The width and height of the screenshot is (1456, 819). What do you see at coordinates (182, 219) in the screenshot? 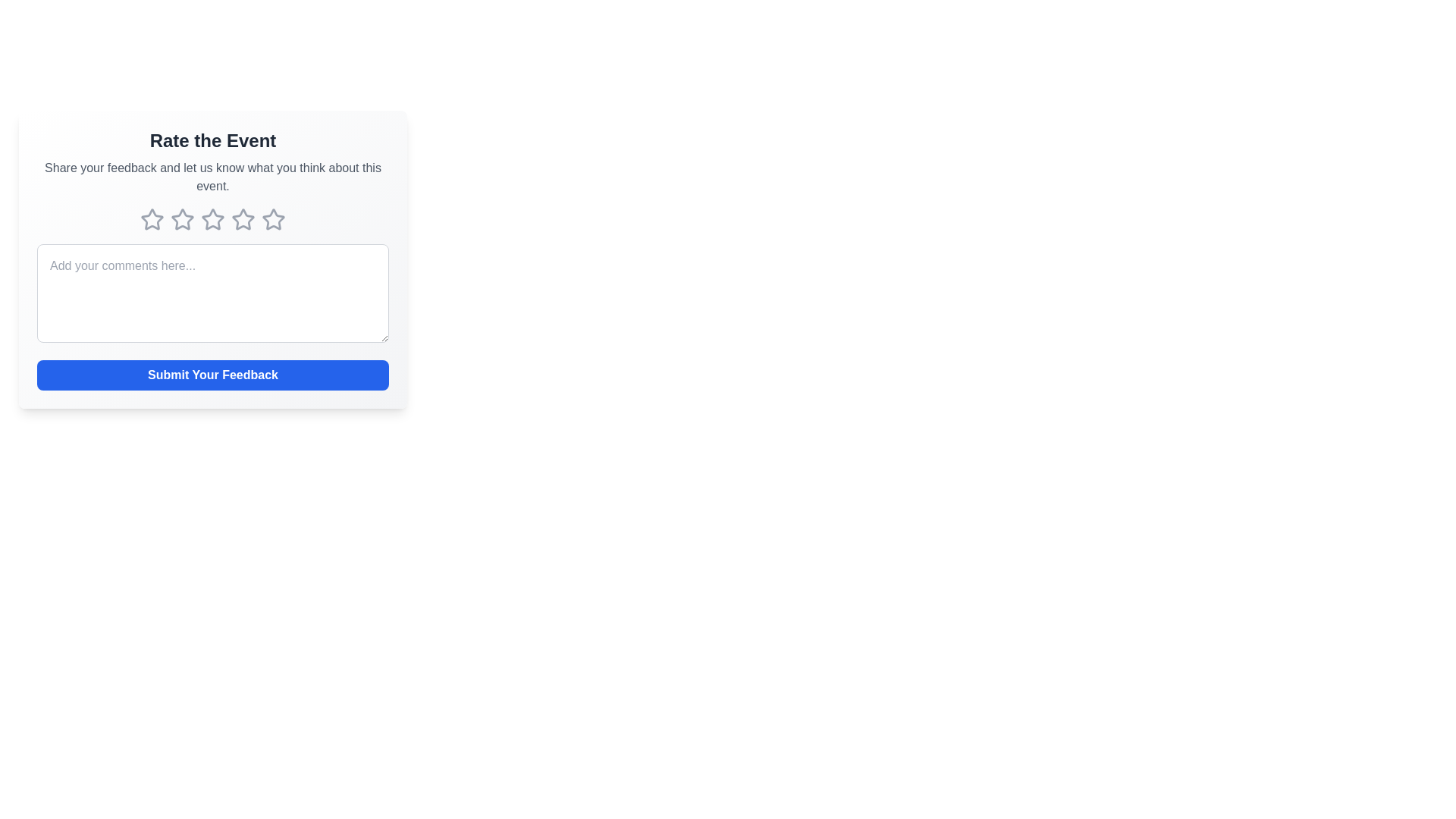
I see `the second star in the 5-star rating system` at bounding box center [182, 219].